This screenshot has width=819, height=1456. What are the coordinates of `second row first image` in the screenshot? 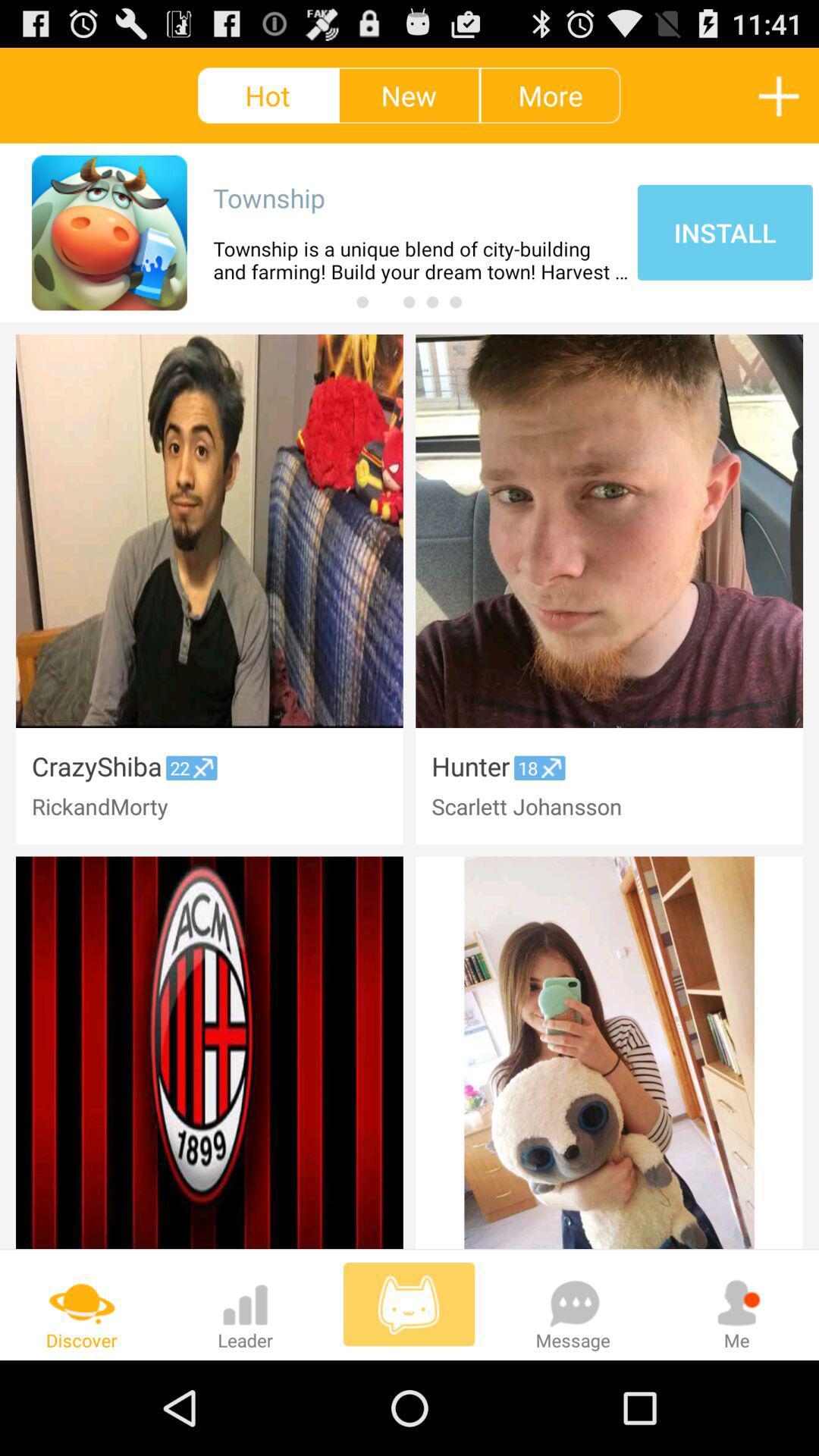 It's located at (209, 1052).